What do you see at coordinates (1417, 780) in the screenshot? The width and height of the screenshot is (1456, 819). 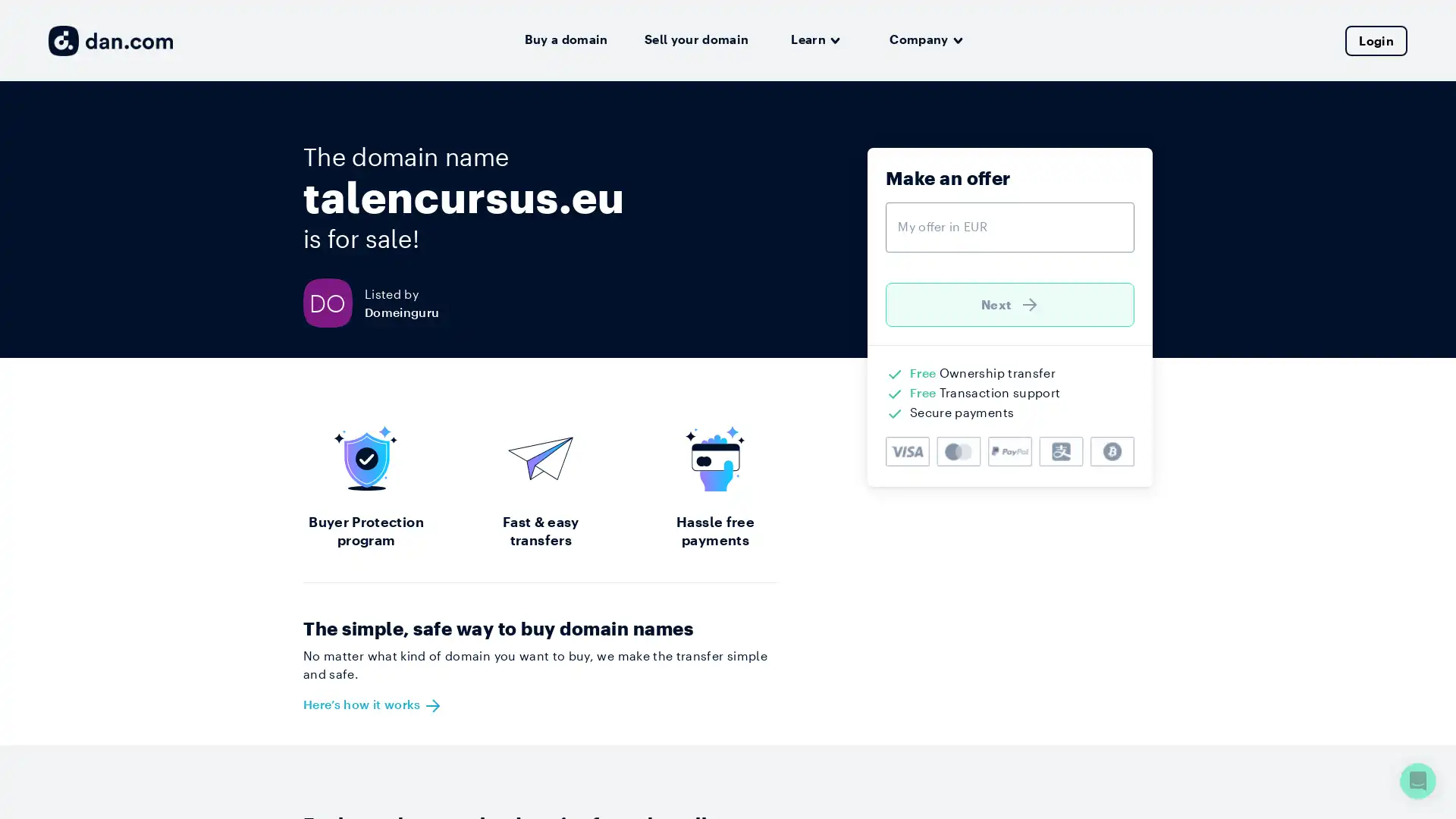 I see `Open Intercom Messenger` at bounding box center [1417, 780].